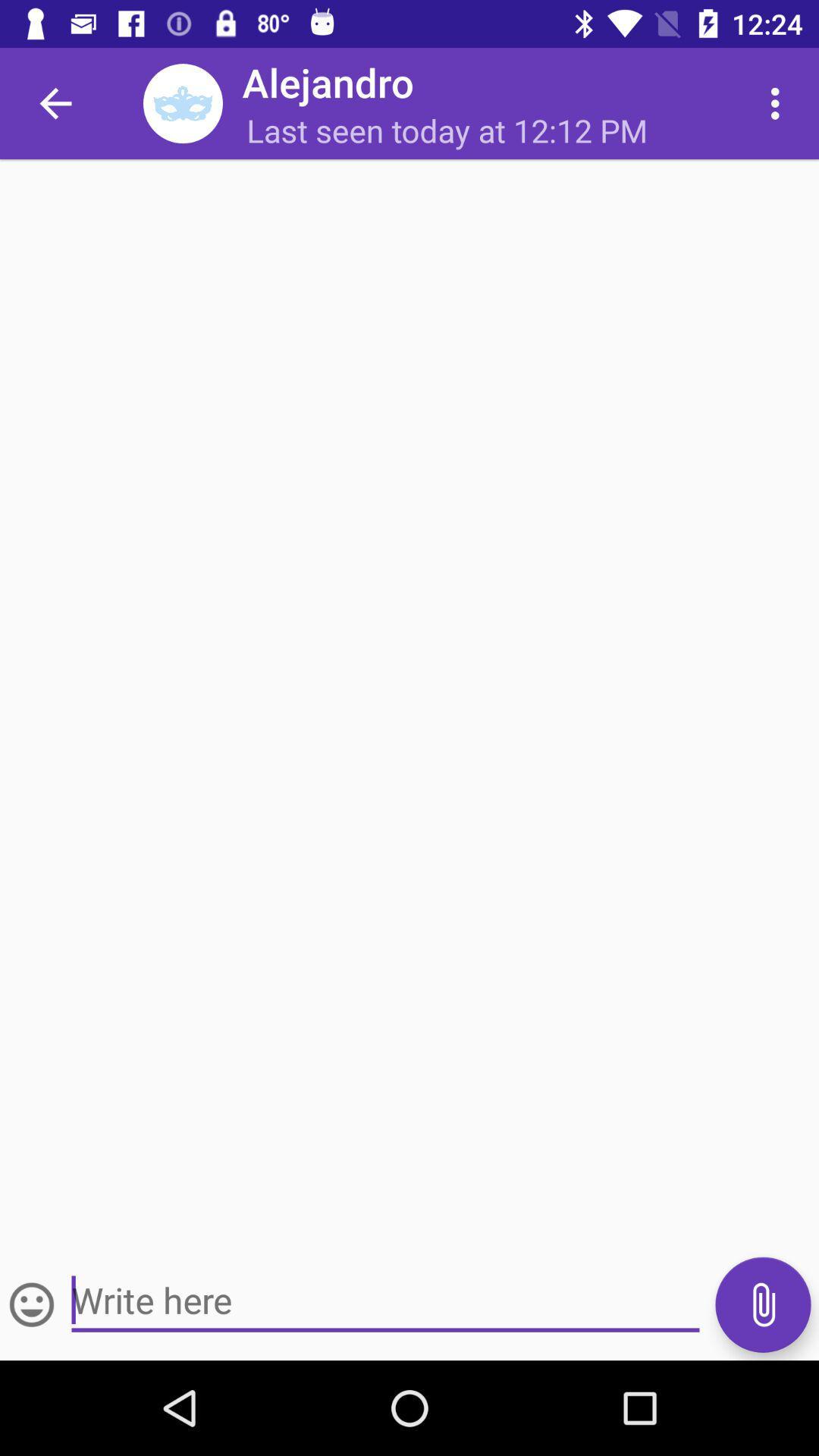 This screenshot has height=1456, width=819. Describe the element at coordinates (763, 1304) in the screenshot. I see `attach files` at that location.